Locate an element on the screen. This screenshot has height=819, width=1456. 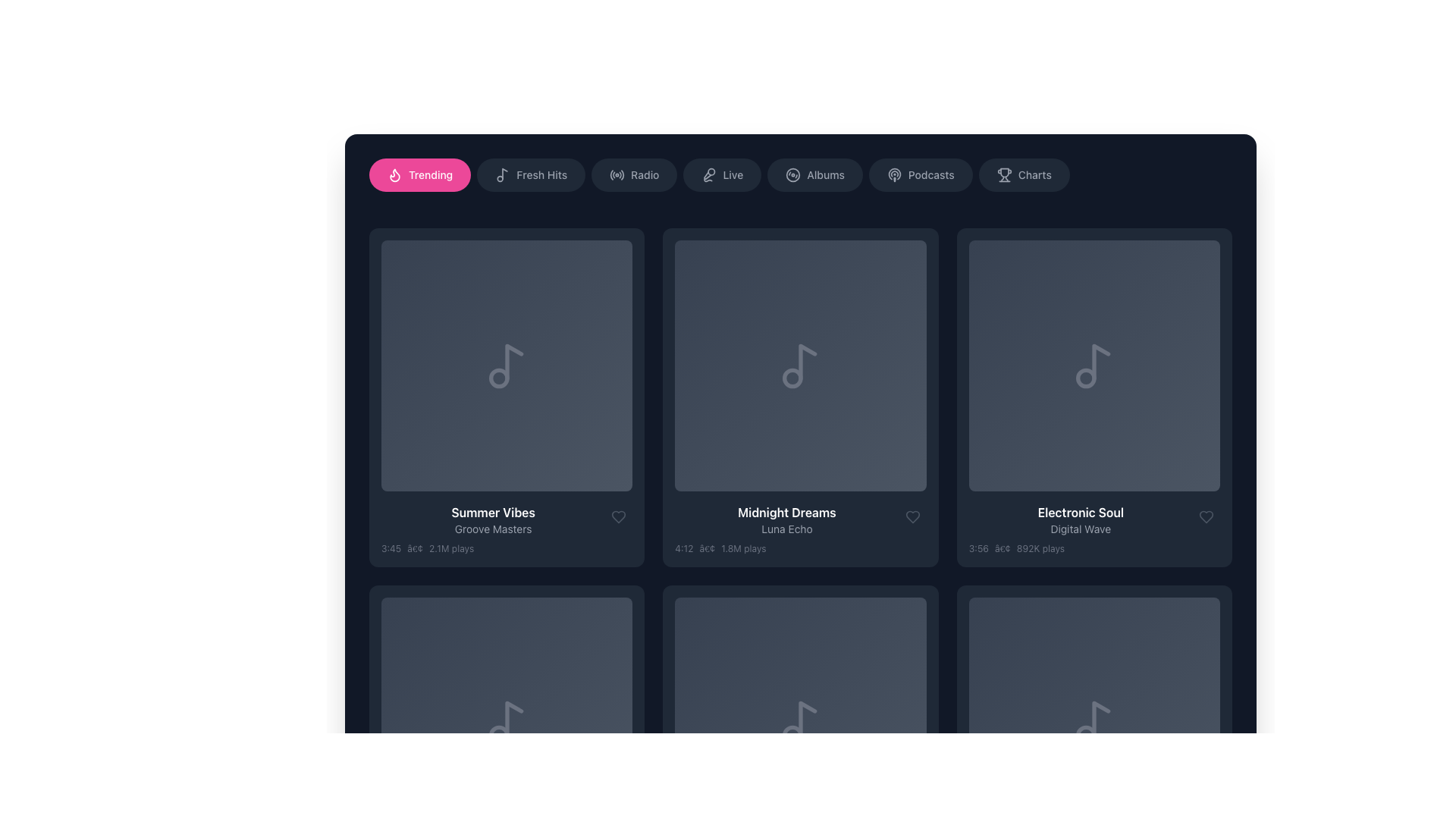
the third Music card in the top row of the grid layout is located at coordinates (1094, 397).